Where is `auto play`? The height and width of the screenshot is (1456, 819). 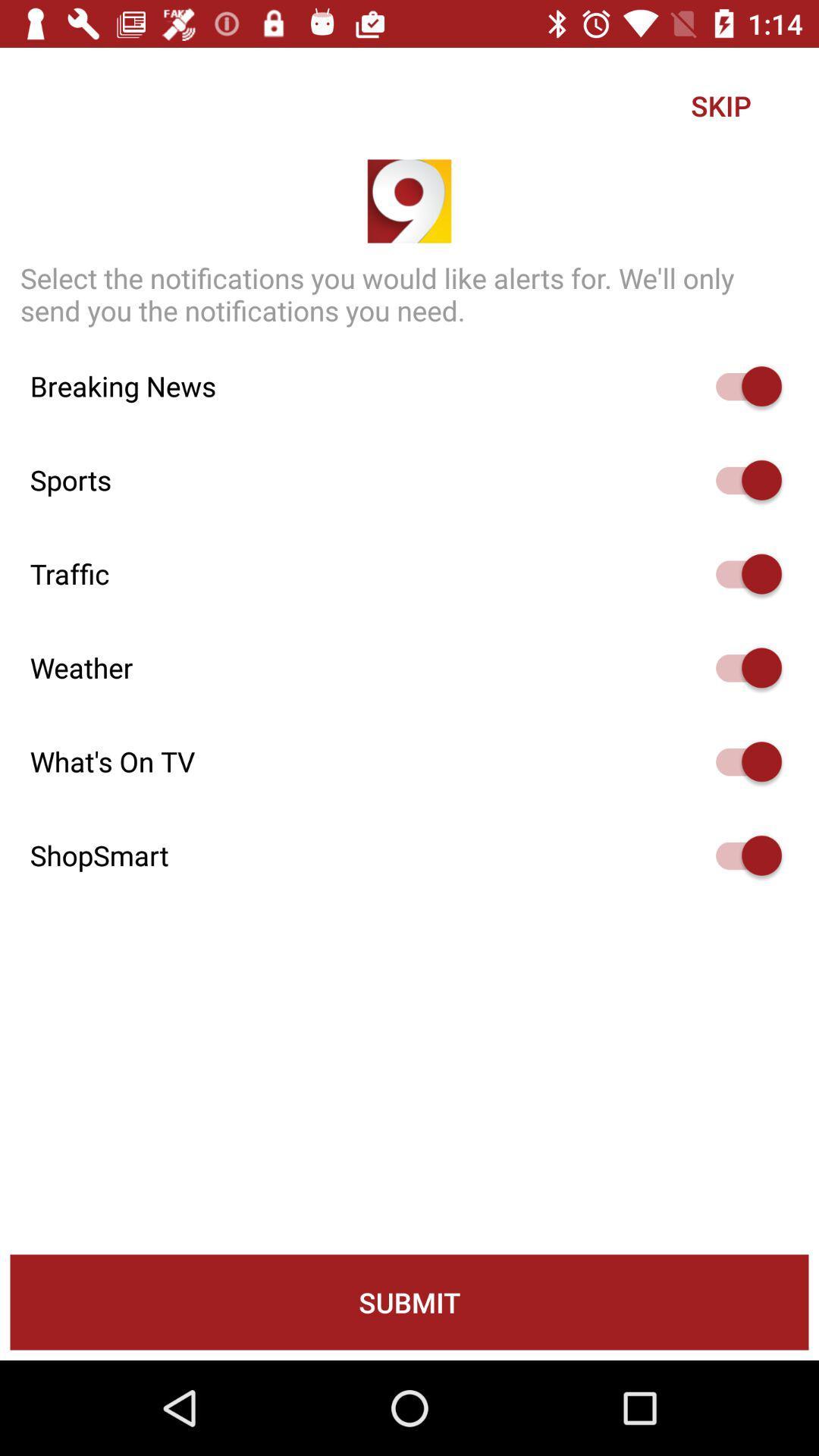 auto play is located at coordinates (741, 386).